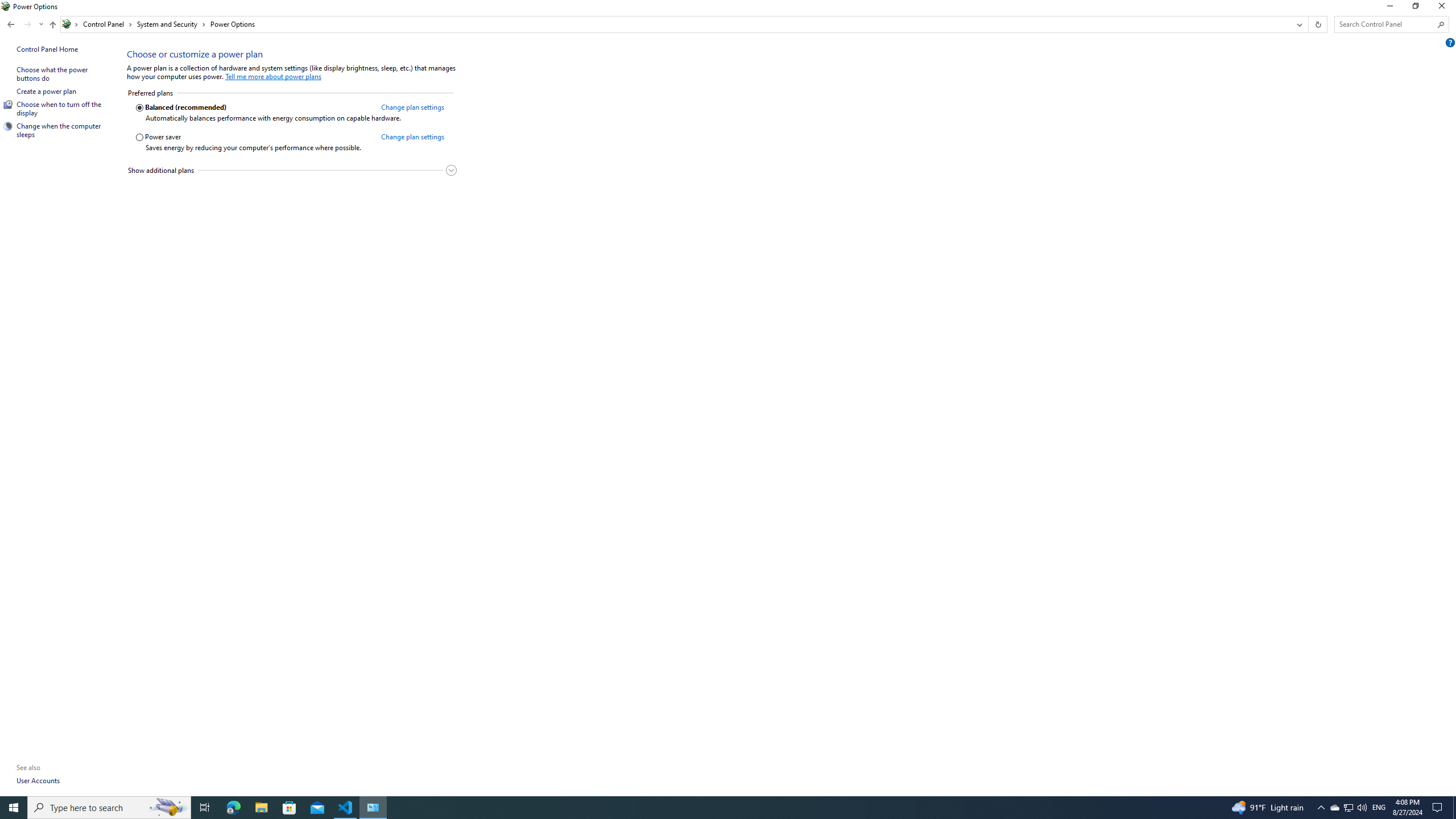 This screenshot has width=1456, height=819. I want to click on 'Restore', so click(1414, 9).